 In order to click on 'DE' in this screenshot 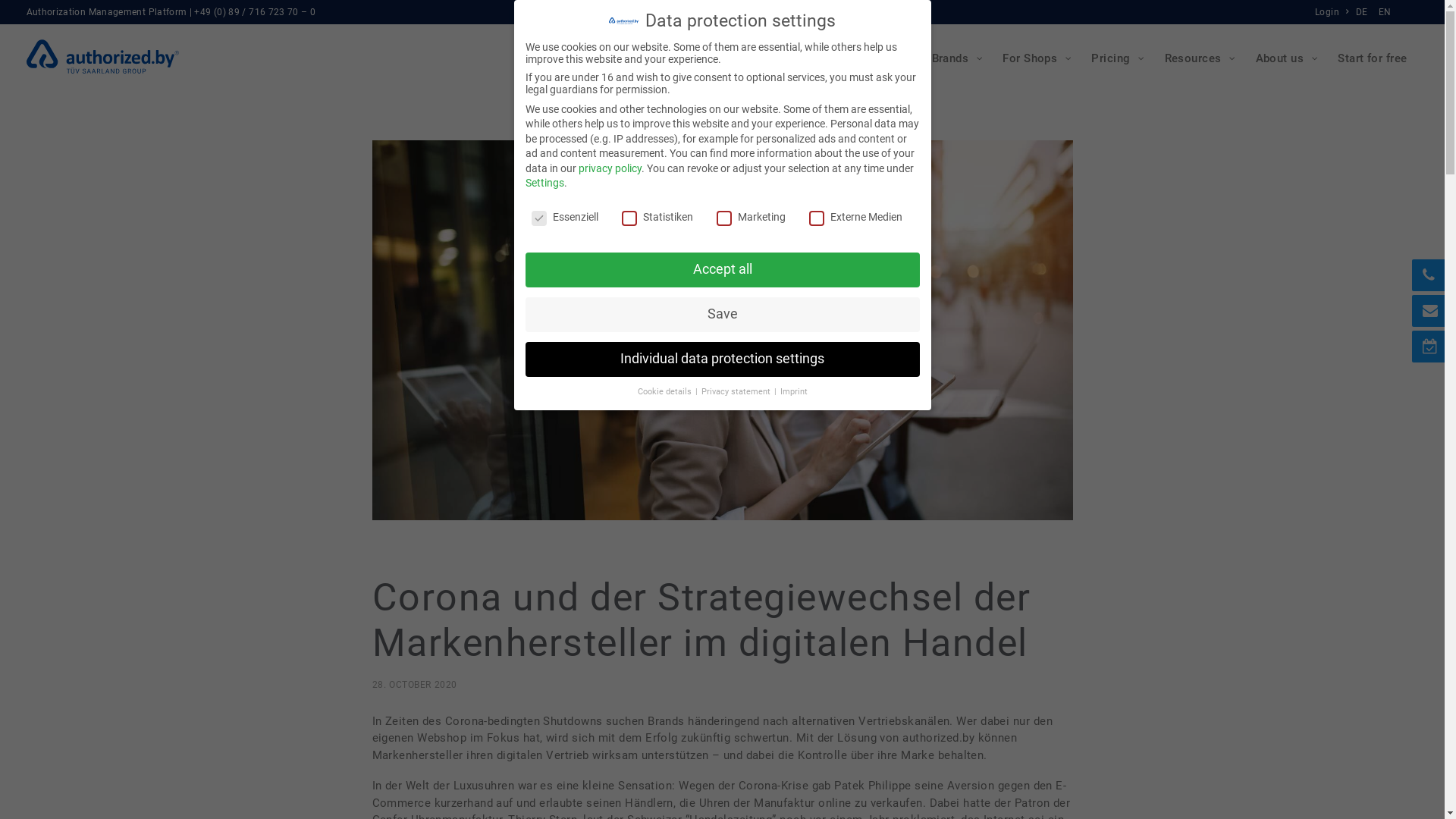, I will do `click(1363, 11)`.